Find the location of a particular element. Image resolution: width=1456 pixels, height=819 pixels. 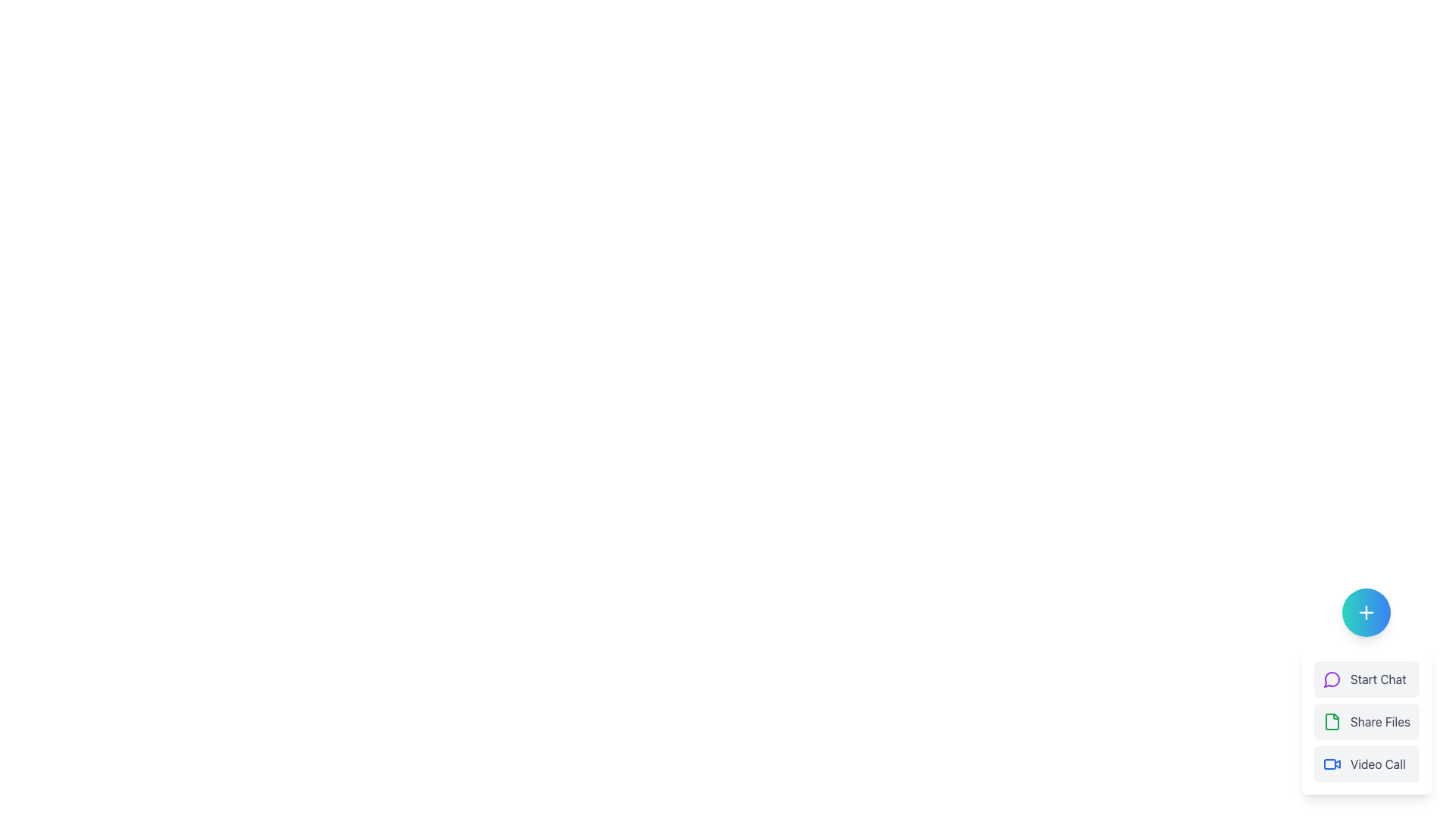

the 'Share Files' button located in the bottom right corner of the interface, which contains the 'Share Files' icon to the left of the text label is located at coordinates (1331, 721).